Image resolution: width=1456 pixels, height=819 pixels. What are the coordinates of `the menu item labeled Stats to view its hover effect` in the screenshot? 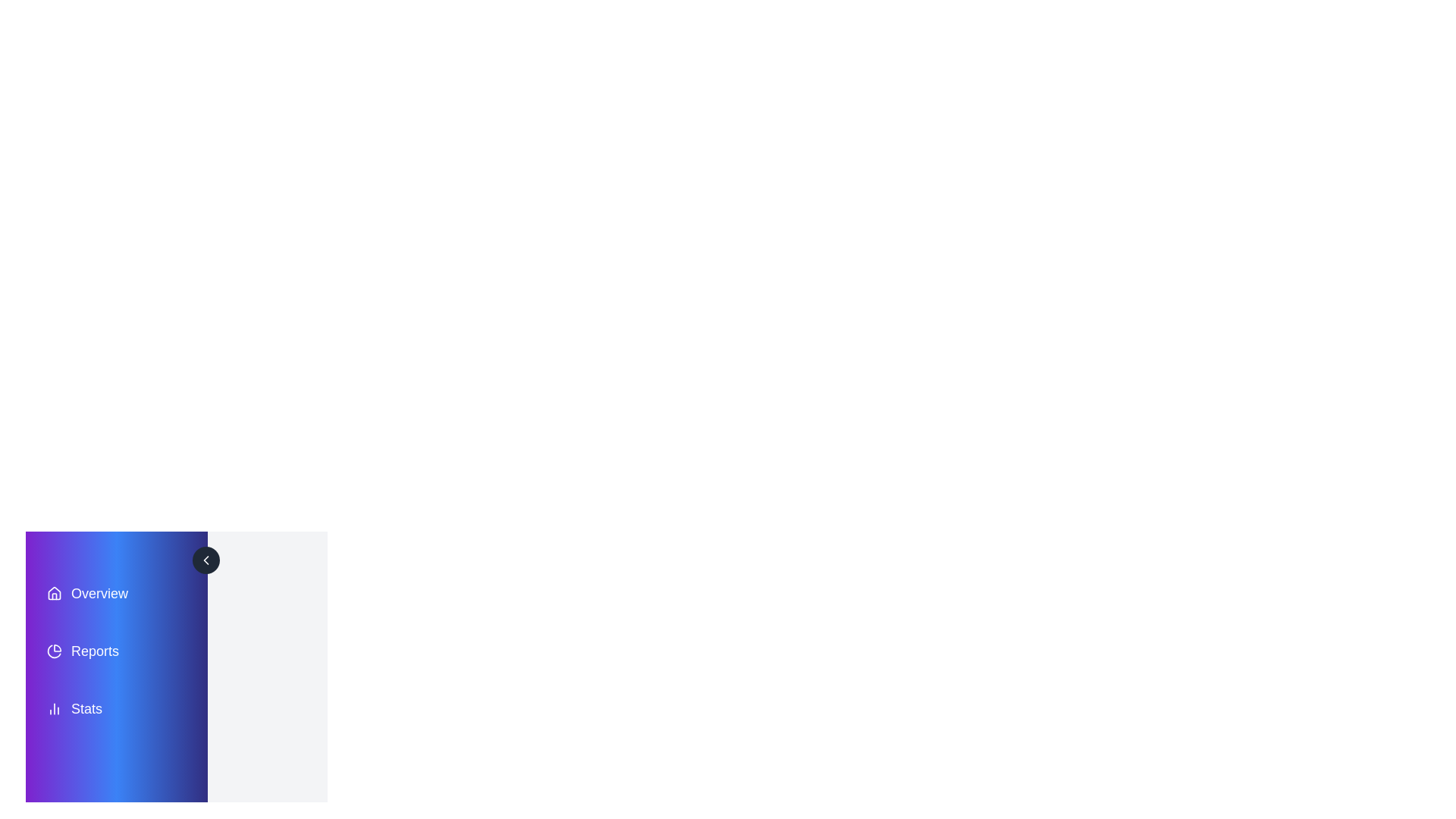 It's located at (115, 708).